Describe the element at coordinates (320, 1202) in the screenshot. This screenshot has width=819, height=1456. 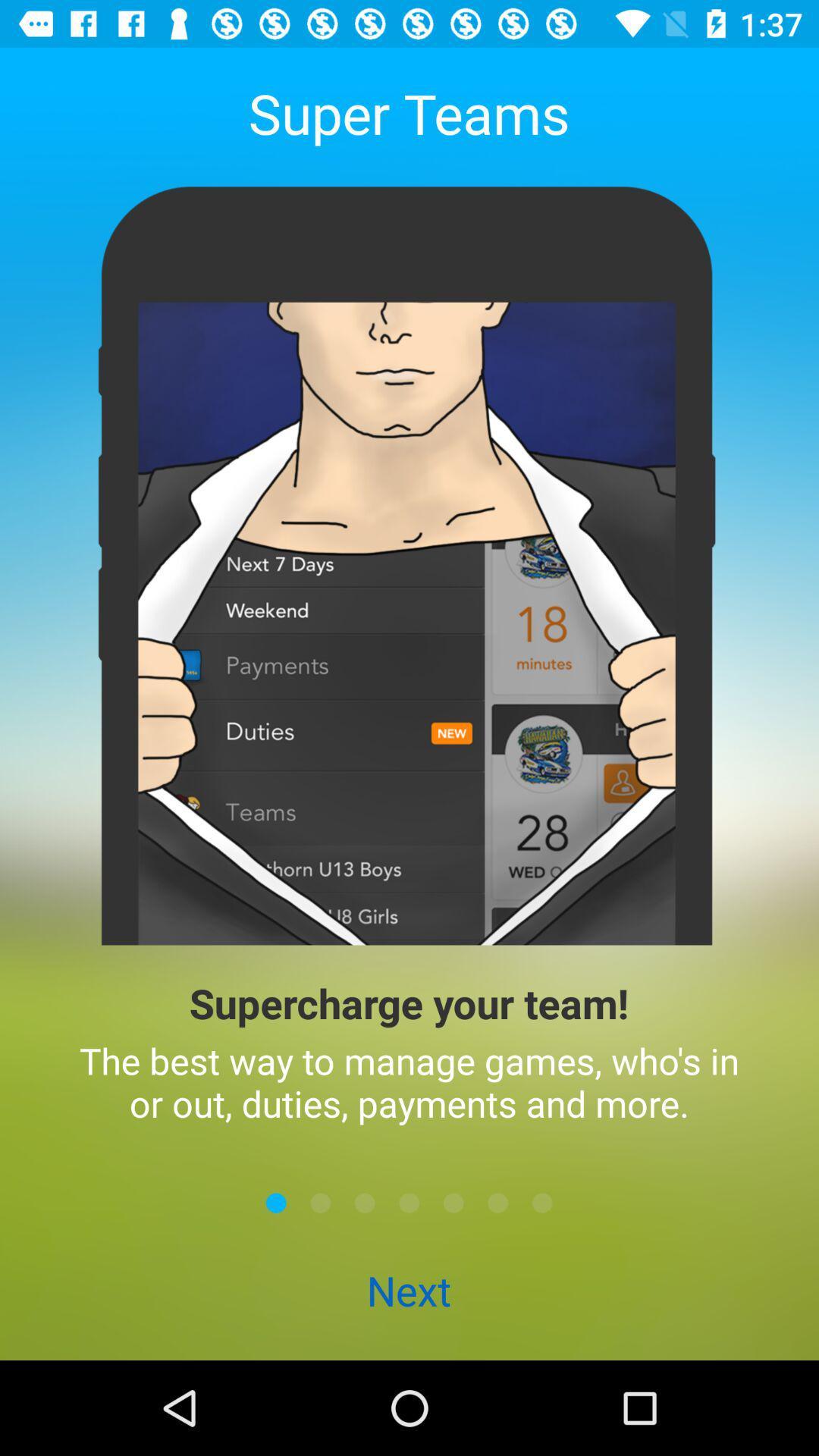
I see `go forward` at that location.